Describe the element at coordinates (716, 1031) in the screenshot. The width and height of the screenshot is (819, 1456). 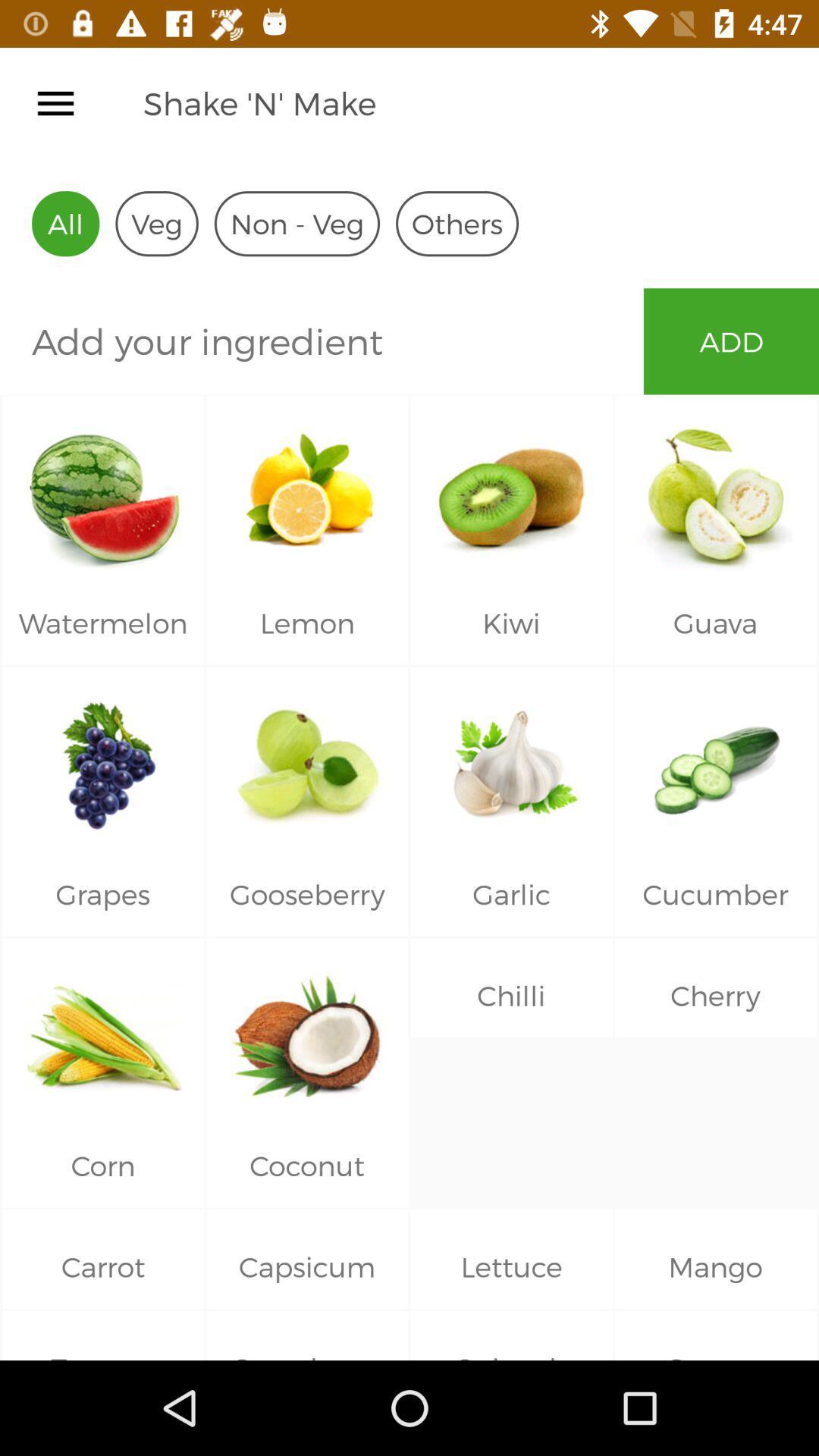
I see `cherry` at that location.